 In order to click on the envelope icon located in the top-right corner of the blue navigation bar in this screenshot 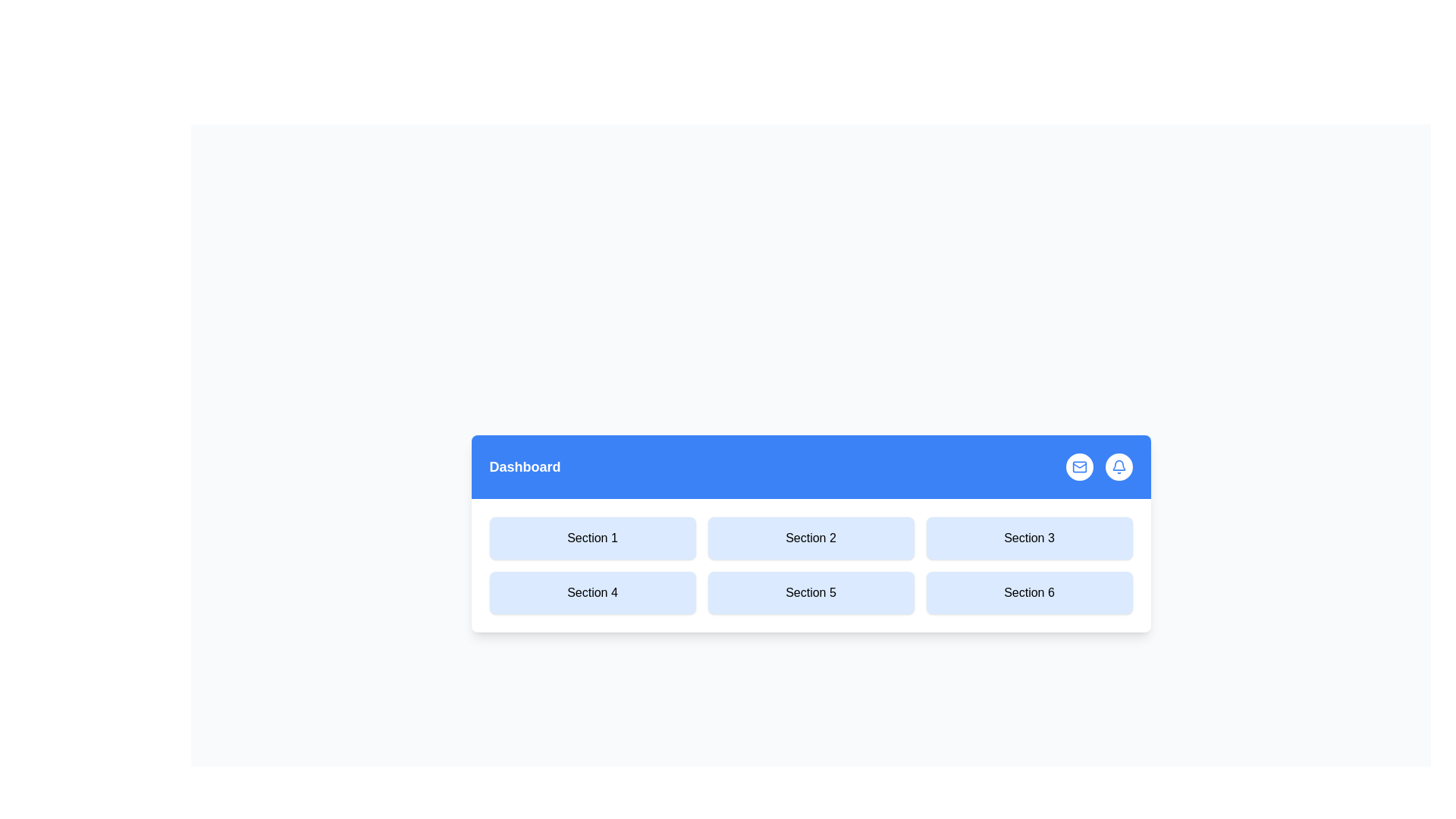, I will do `click(1078, 466)`.